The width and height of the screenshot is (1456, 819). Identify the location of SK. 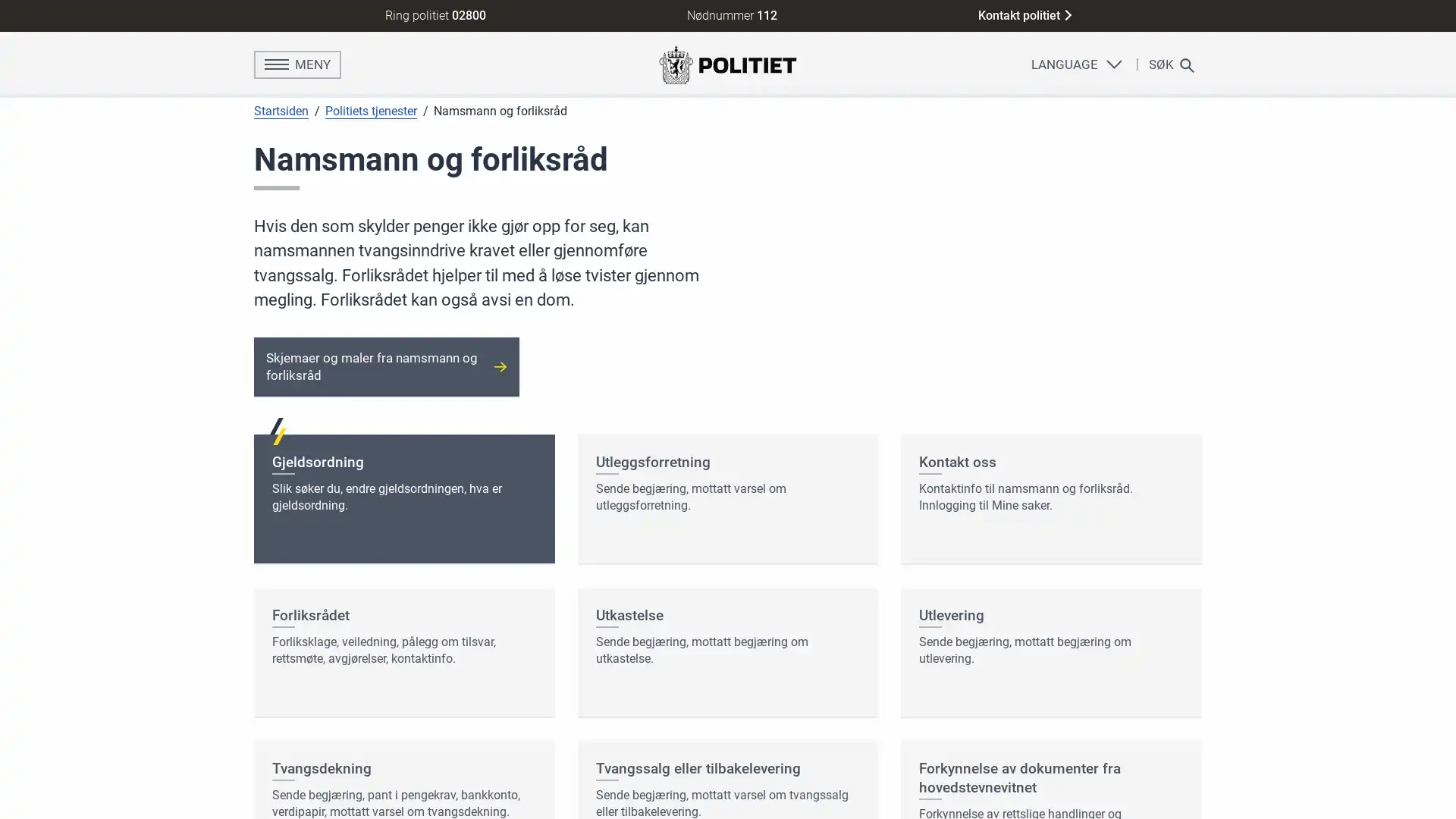
(1167, 63).